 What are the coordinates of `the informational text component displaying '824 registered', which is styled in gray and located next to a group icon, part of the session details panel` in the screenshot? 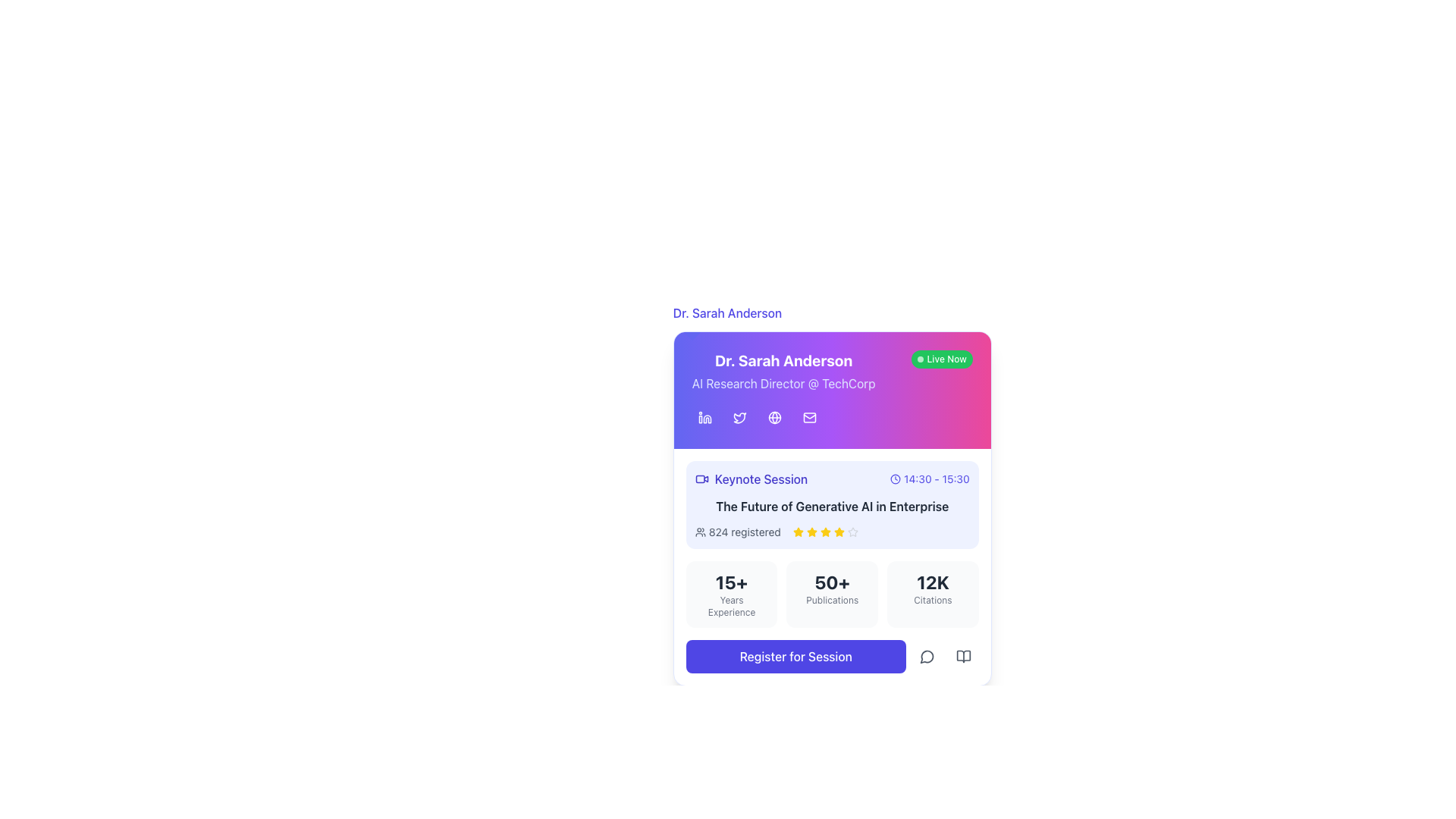 It's located at (745, 532).